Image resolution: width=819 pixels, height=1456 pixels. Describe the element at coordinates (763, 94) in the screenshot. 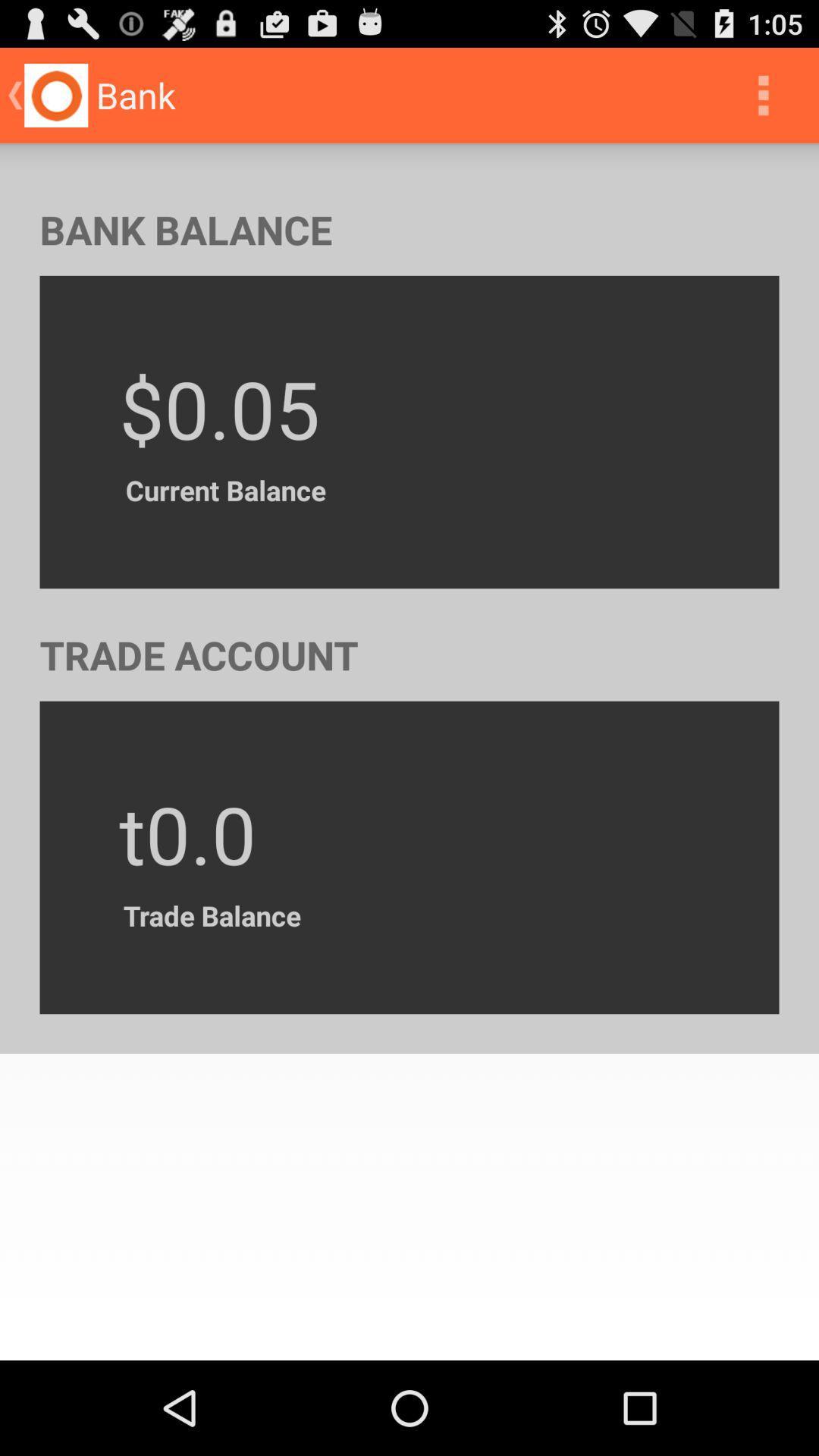

I see `item next to the bank` at that location.